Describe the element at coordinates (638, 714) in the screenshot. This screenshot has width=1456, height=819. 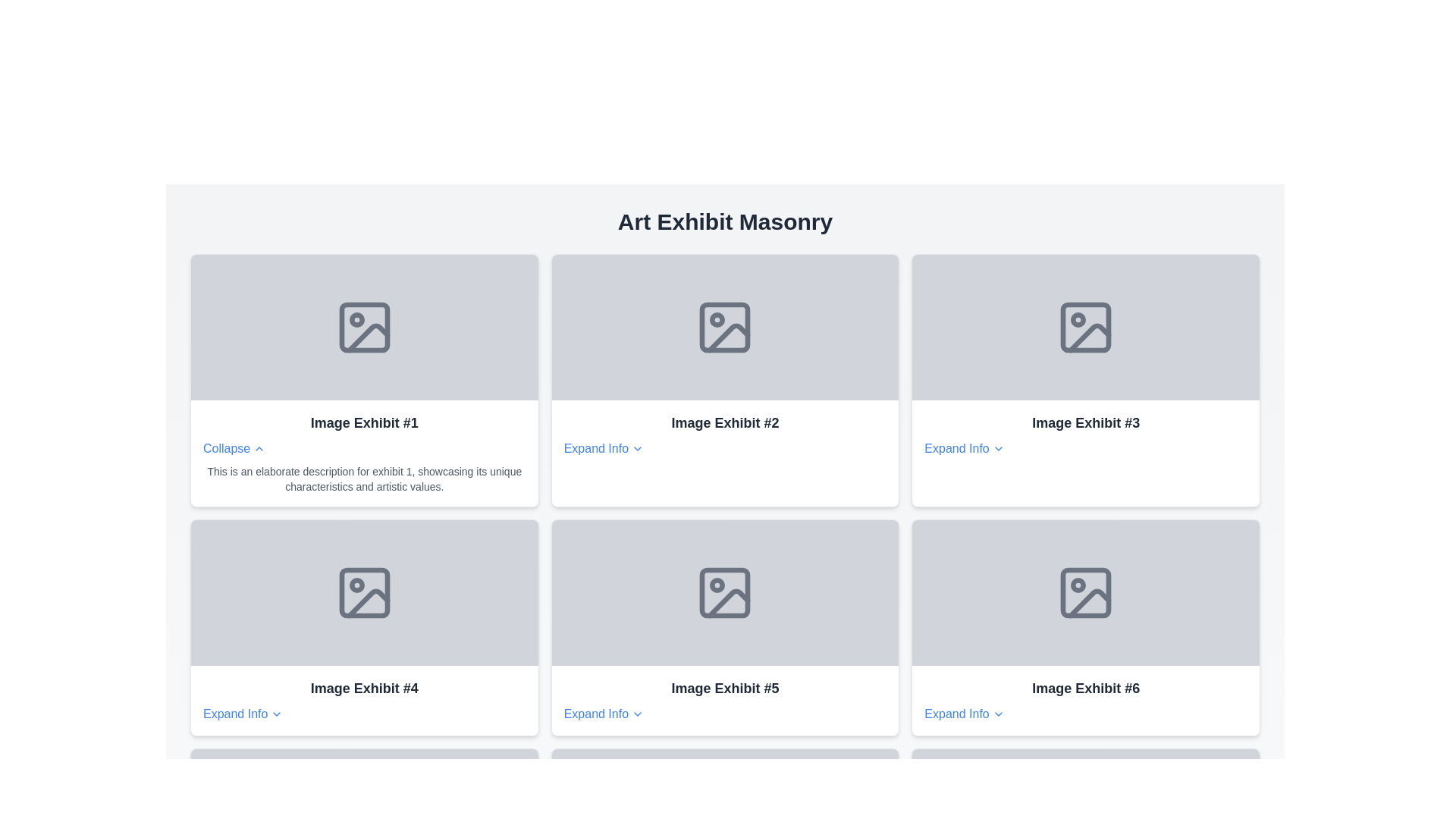
I see `the downward-facing chevron icon next to 'Expand Info' below 'Image Exhibit #5'` at that location.